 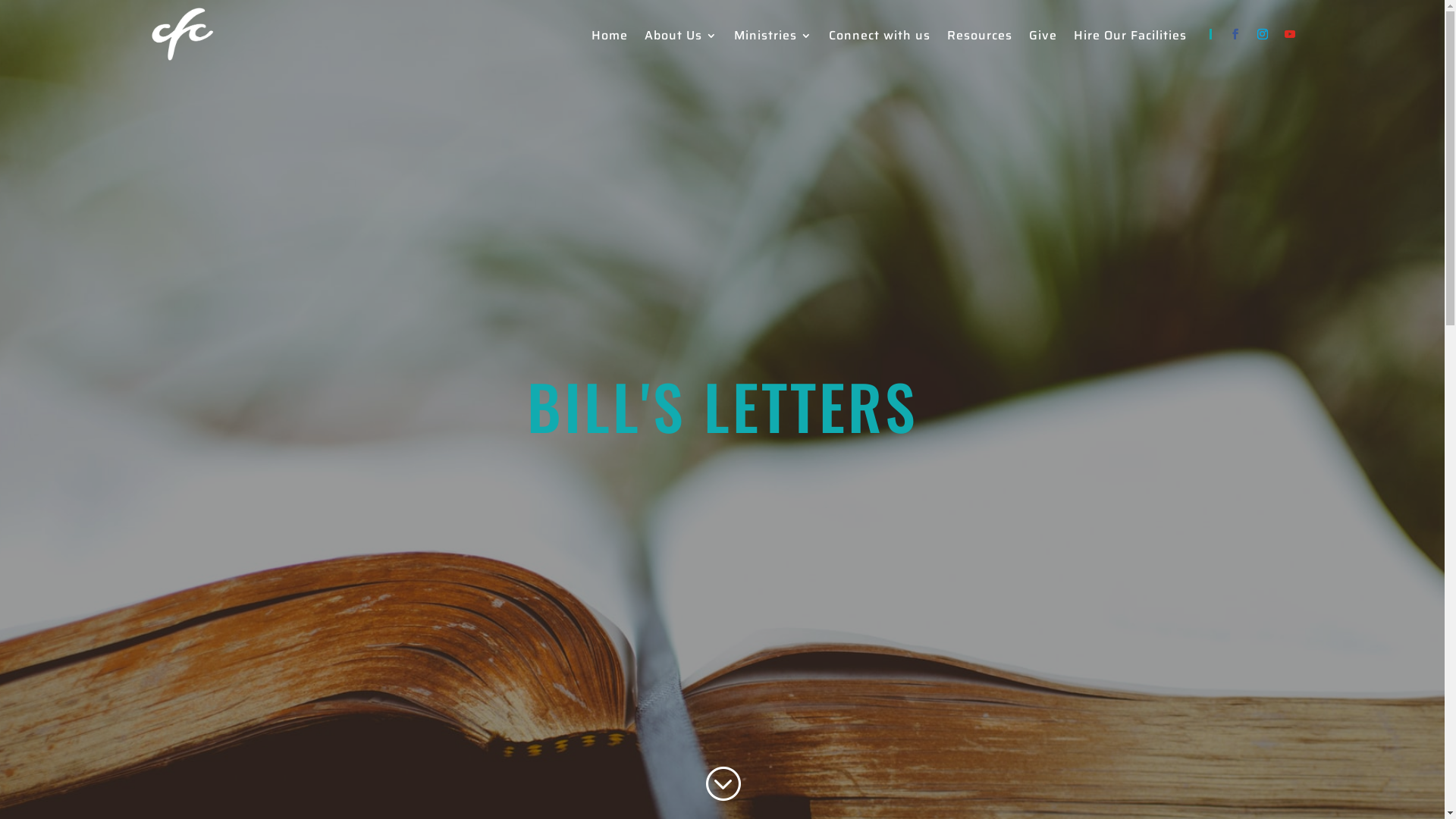 I want to click on 'About Us', so click(x=679, y=37).